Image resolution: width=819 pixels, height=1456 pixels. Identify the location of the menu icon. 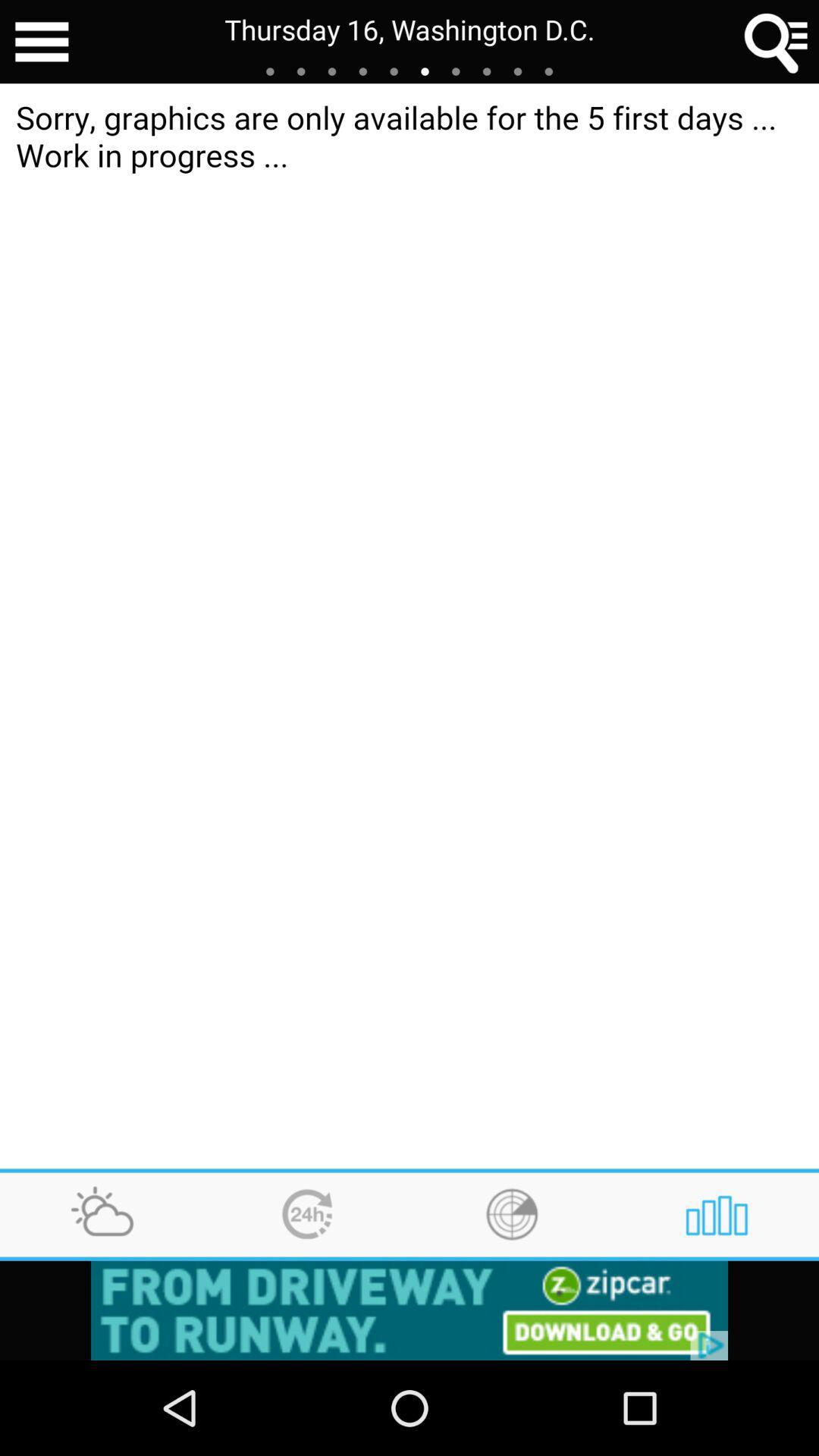
(41, 44).